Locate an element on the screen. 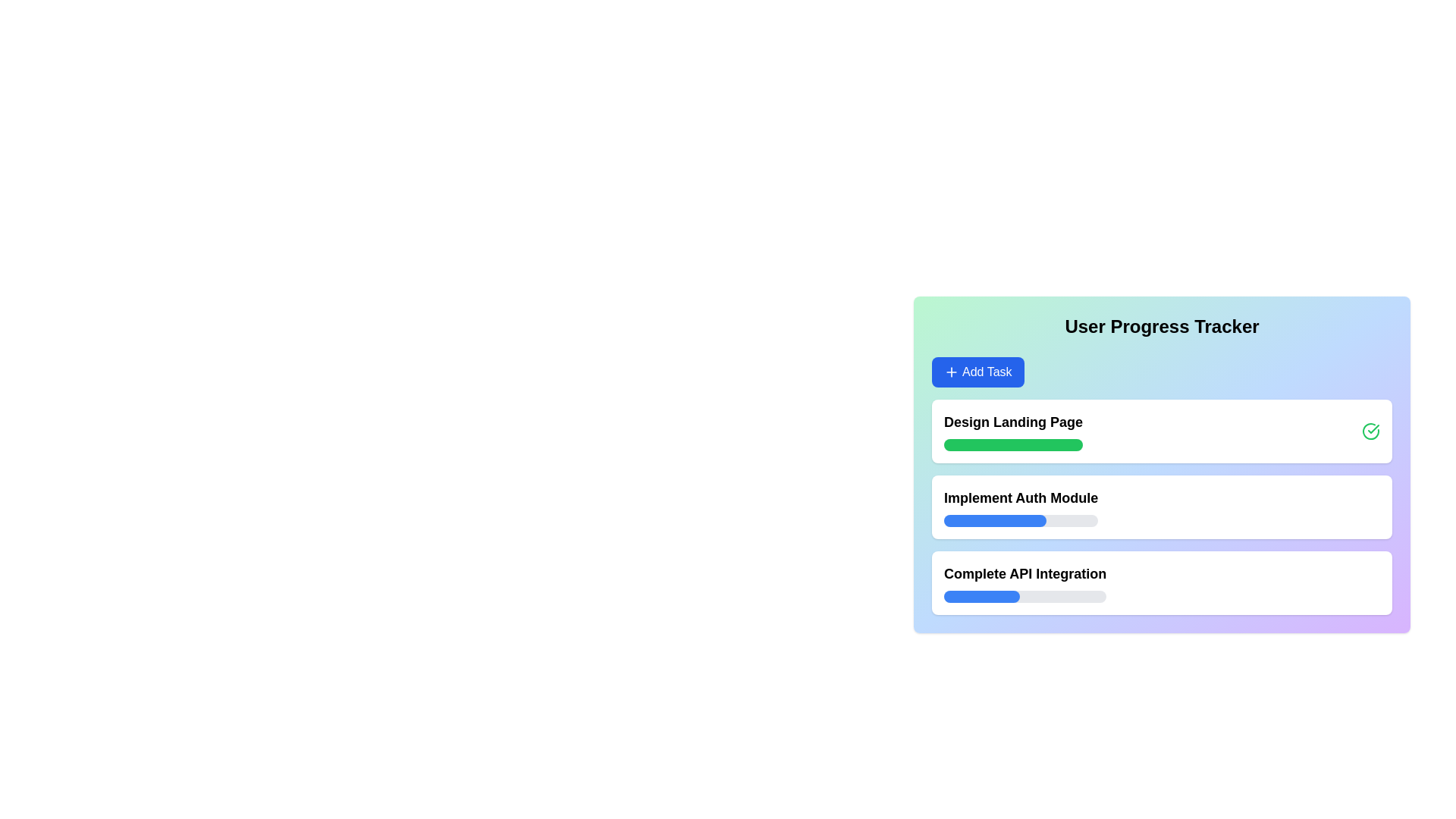  the Task card labeled 'Implement Auth Module', which contains a progress bar indicating the task's completion status, located in the 'User Progress Tracker' section is located at coordinates (1161, 507).